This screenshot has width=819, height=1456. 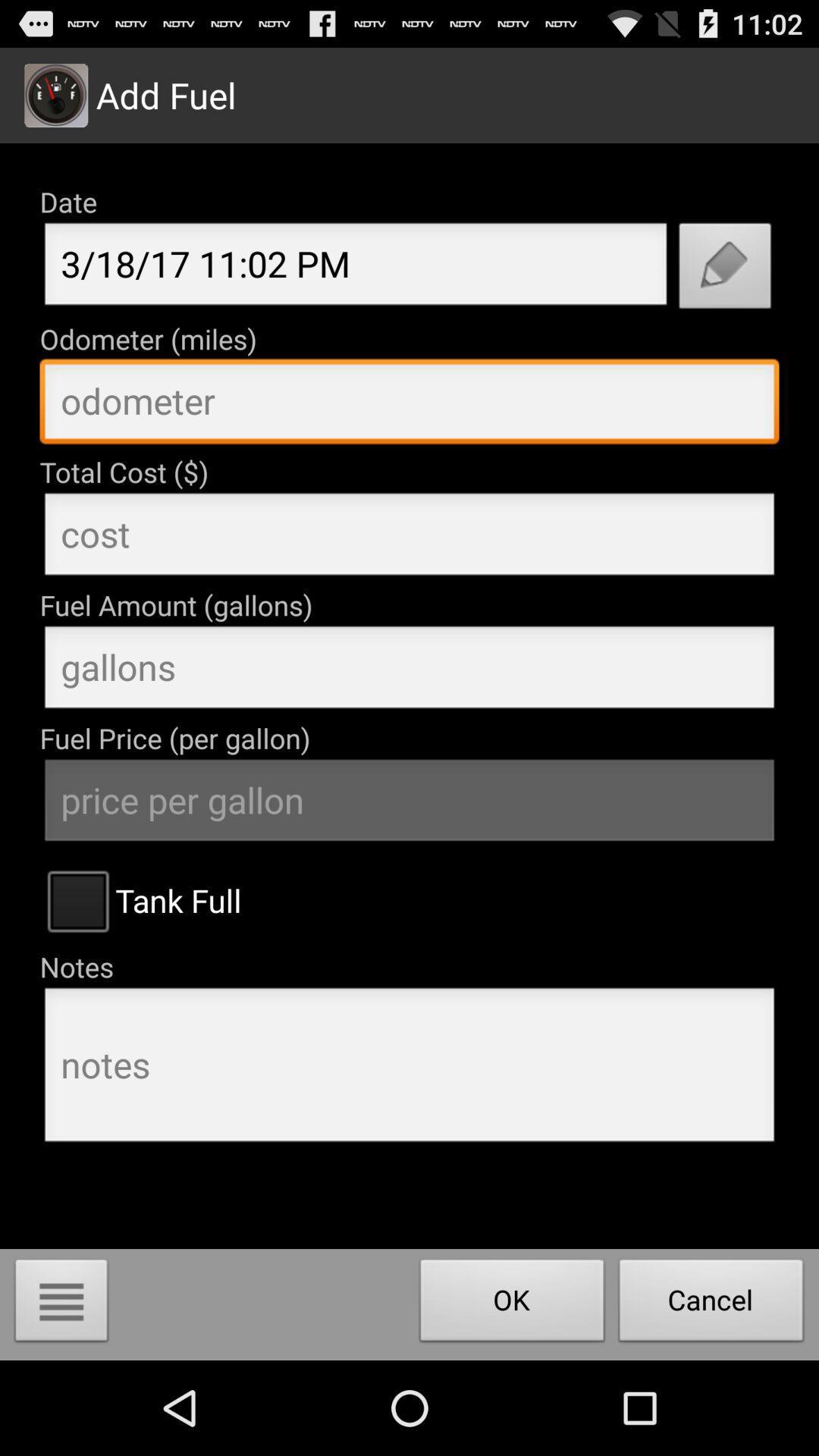 What do you see at coordinates (724, 270) in the screenshot?
I see `edit date icon next to date text field` at bounding box center [724, 270].